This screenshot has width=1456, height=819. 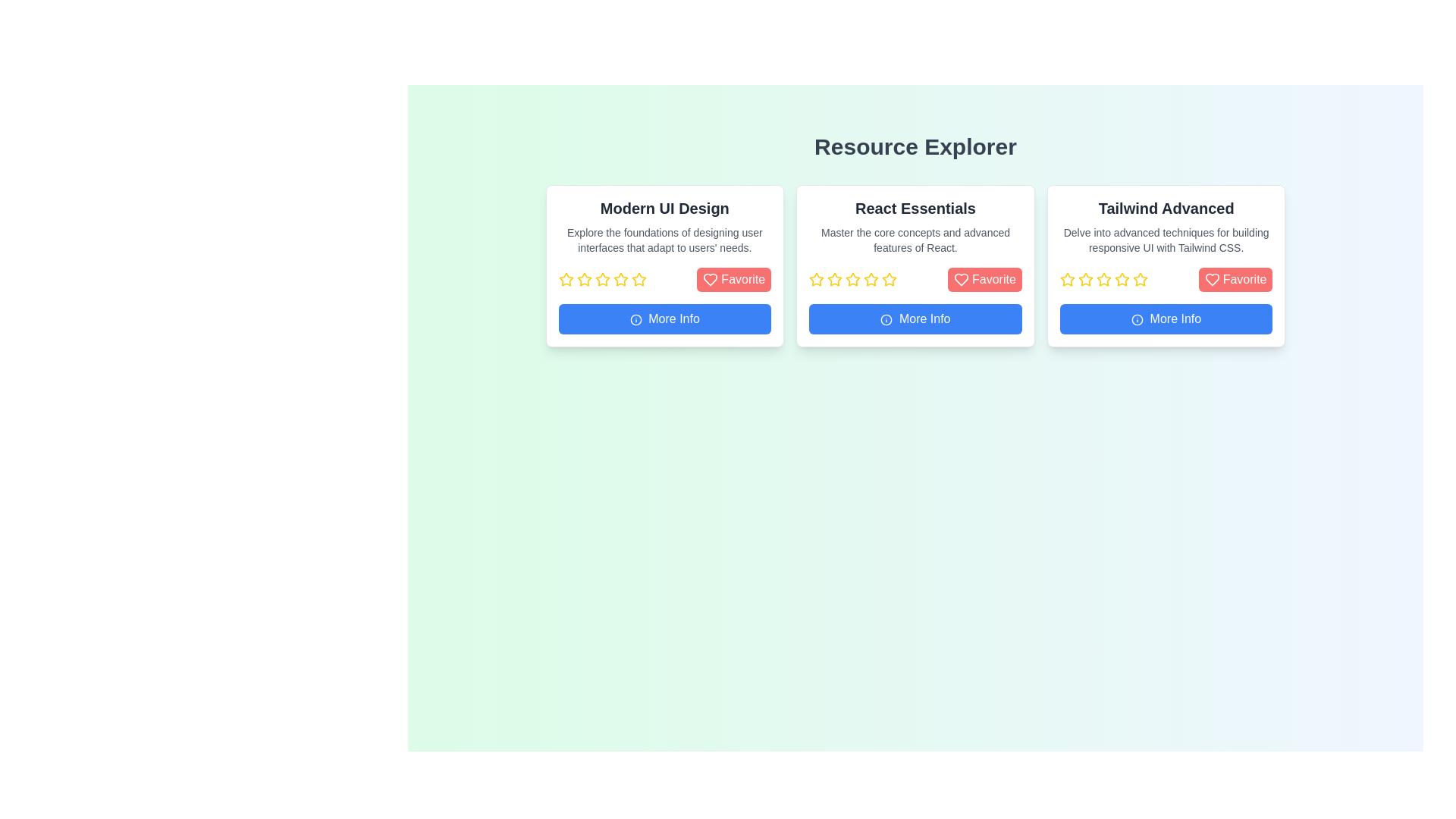 What do you see at coordinates (1137, 318) in the screenshot?
I see `the icon within the 'More Info' button located at the bottom section of the 'Tailwind Advanced' card` at bounding box center [1137, 318].